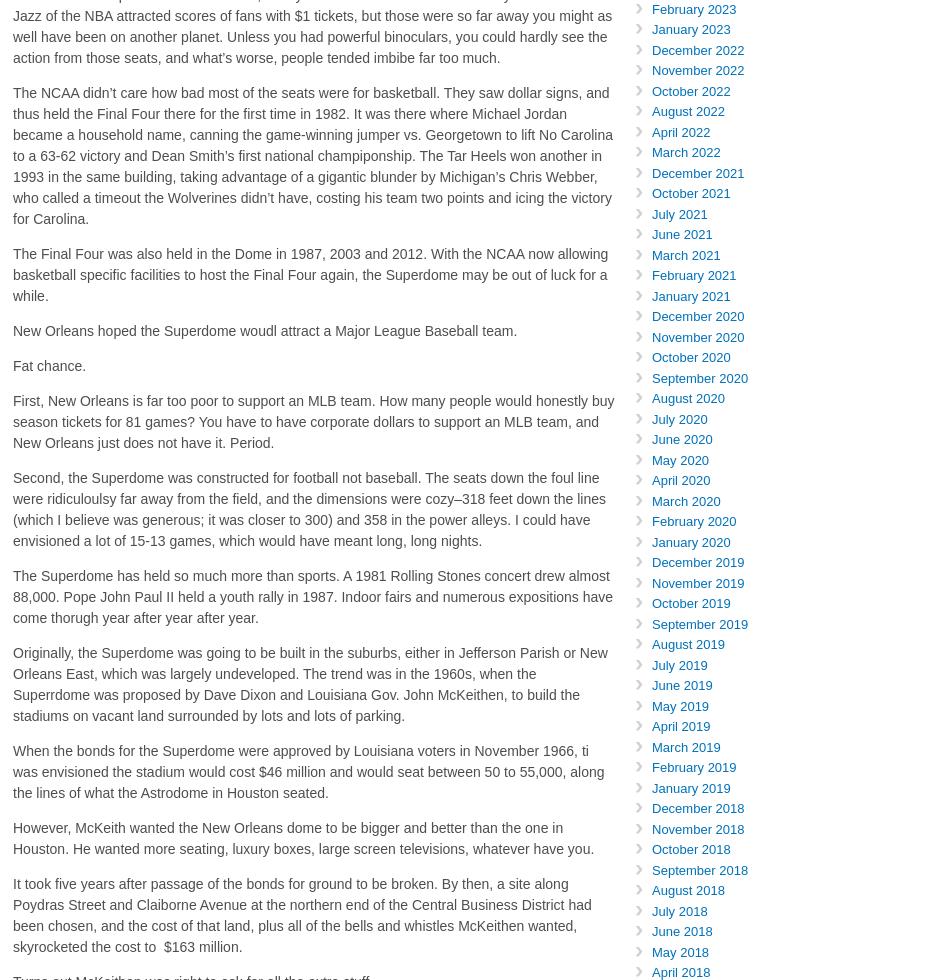 The image size is (940, 980). I want to click on 'However, McKeith wanted the New Orleans dome to be bigger and better than the one in Houston. He wanted more seating, luxury boxes, large screen televisions, whatever have you.', so click(304, 837).